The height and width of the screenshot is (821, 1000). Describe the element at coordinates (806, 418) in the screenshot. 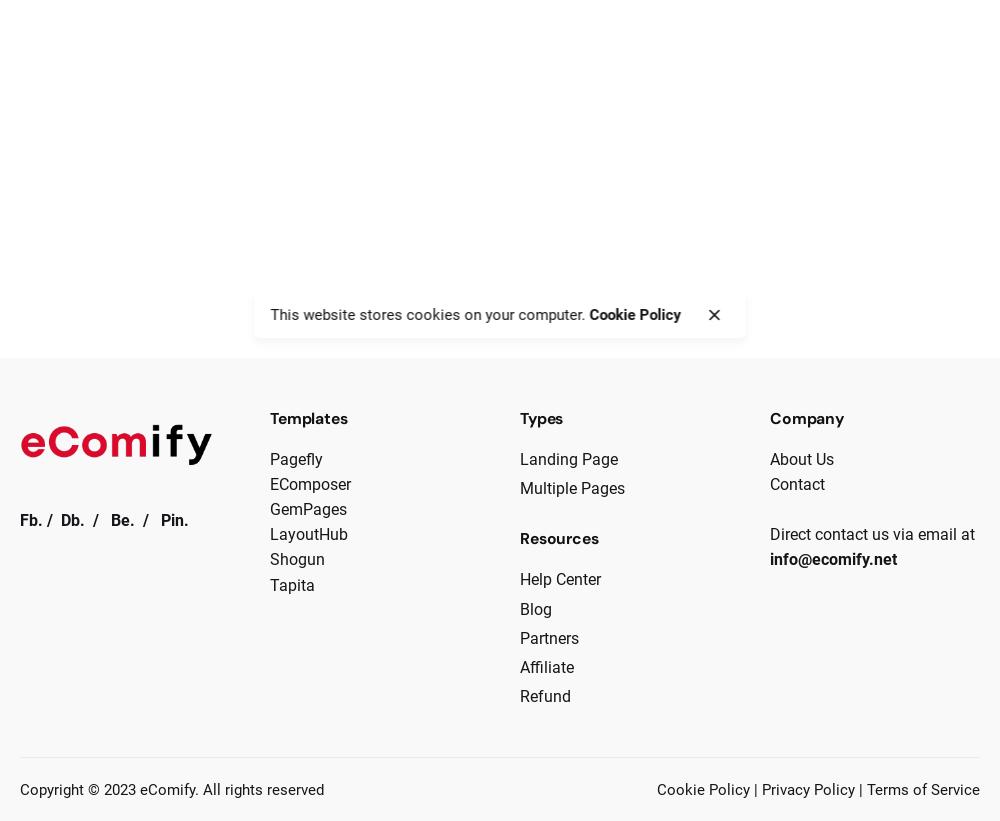

I see `'Company'` at that location.